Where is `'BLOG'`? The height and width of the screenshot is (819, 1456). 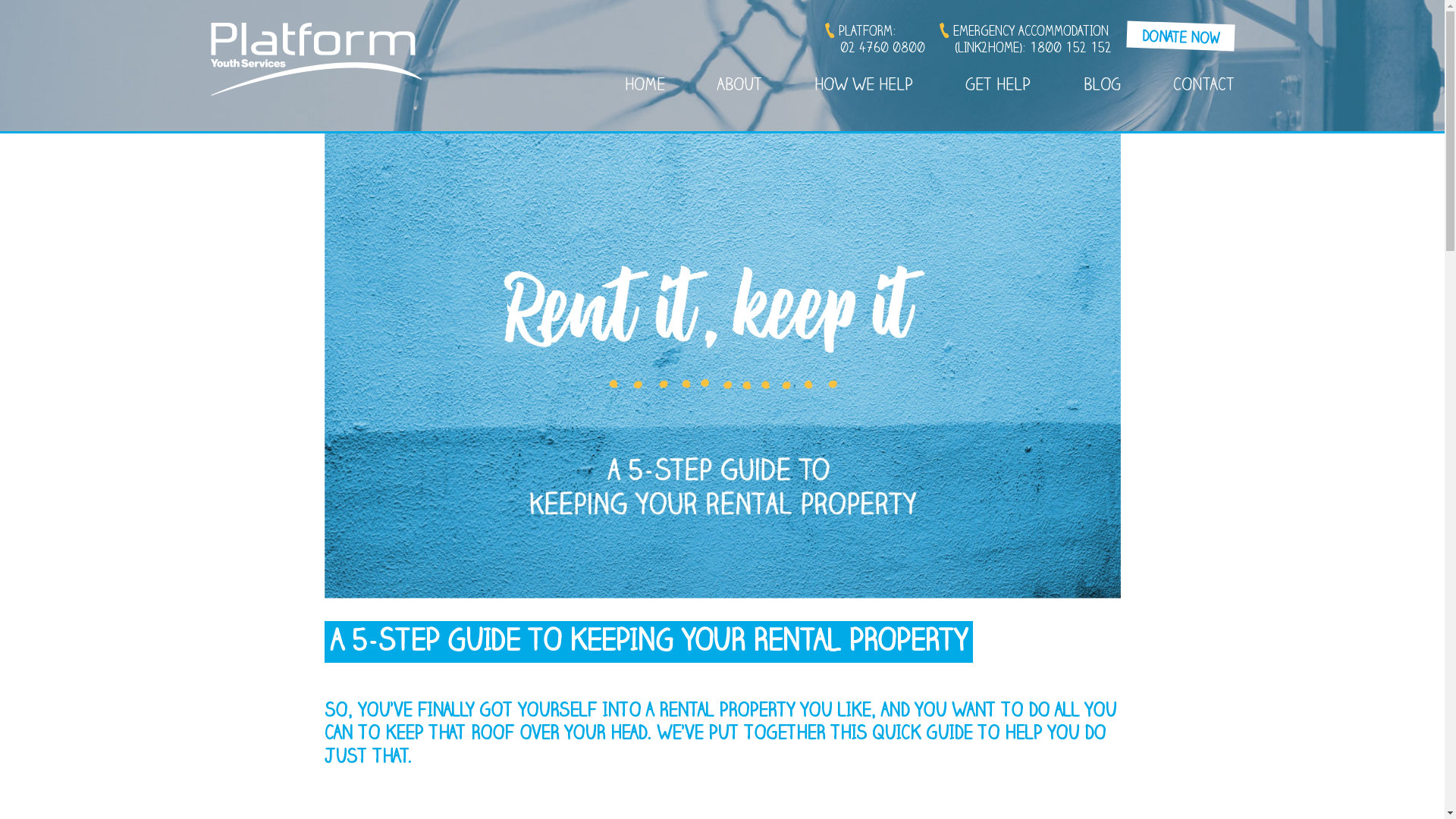 'BLOG' is located at coordinates (1101, 87).